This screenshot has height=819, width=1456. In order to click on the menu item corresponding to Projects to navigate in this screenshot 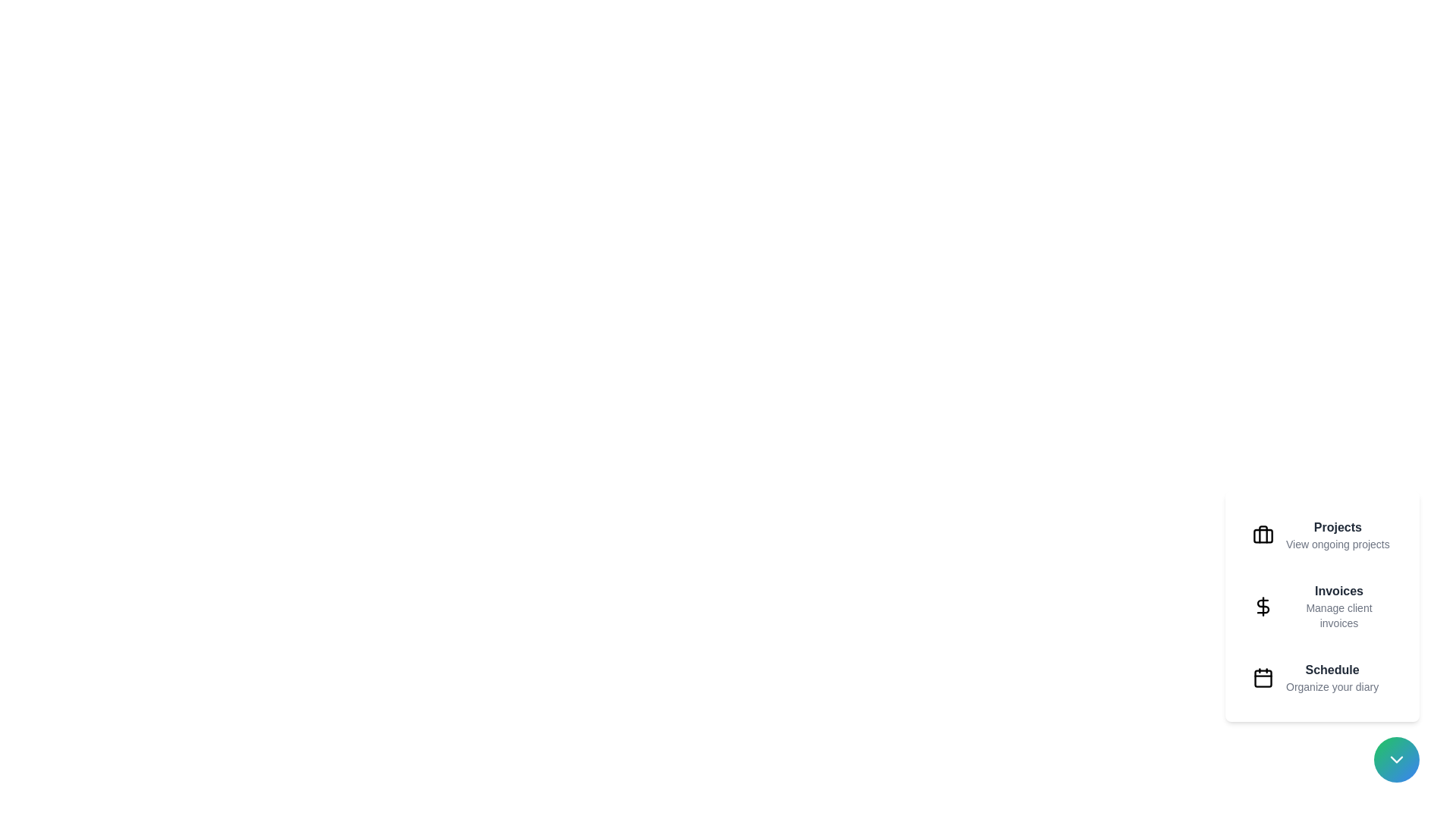, I will do `click(1321, 534)`.